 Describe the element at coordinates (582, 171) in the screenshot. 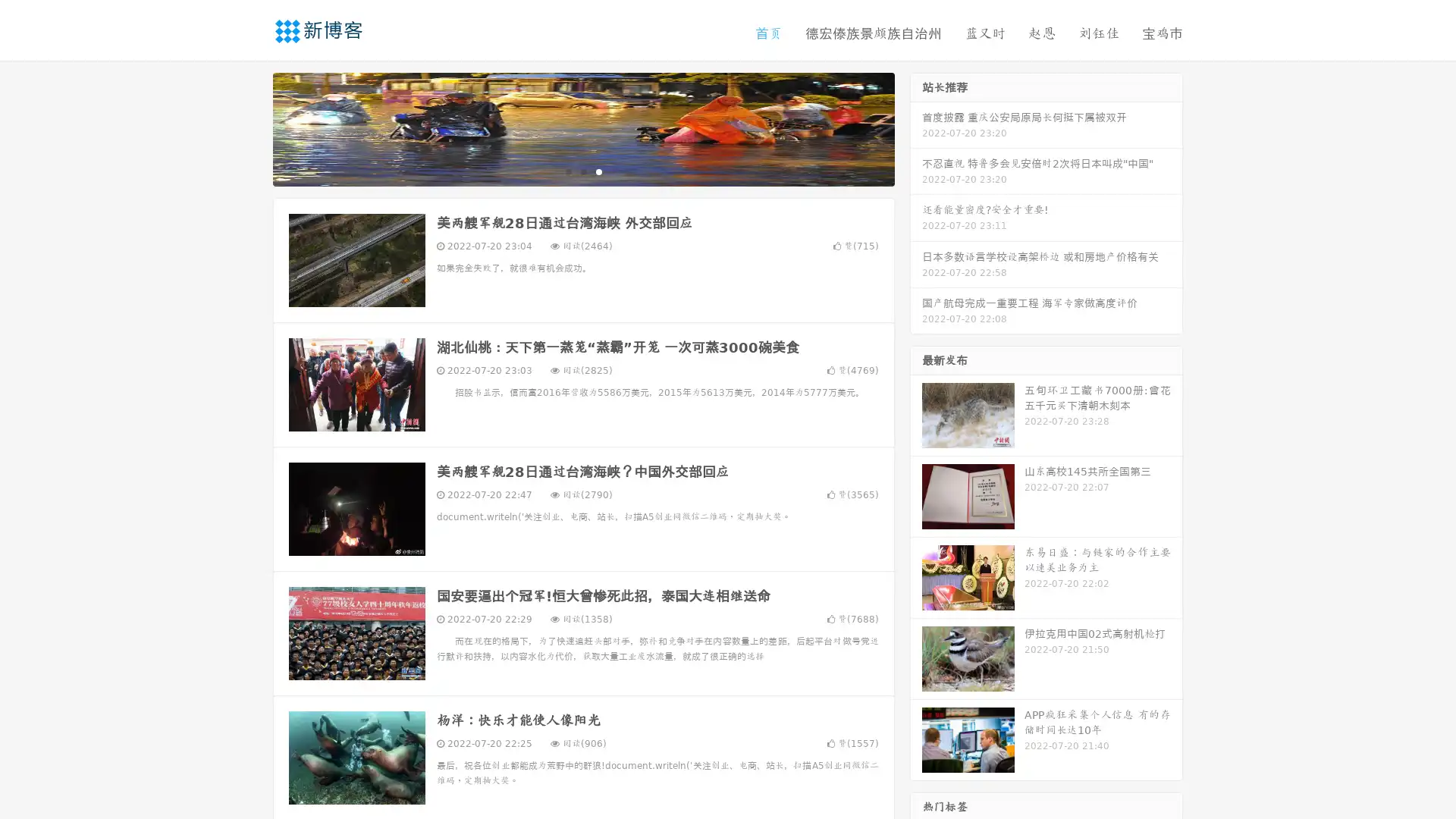

I see `Go to slide 2` at that location.